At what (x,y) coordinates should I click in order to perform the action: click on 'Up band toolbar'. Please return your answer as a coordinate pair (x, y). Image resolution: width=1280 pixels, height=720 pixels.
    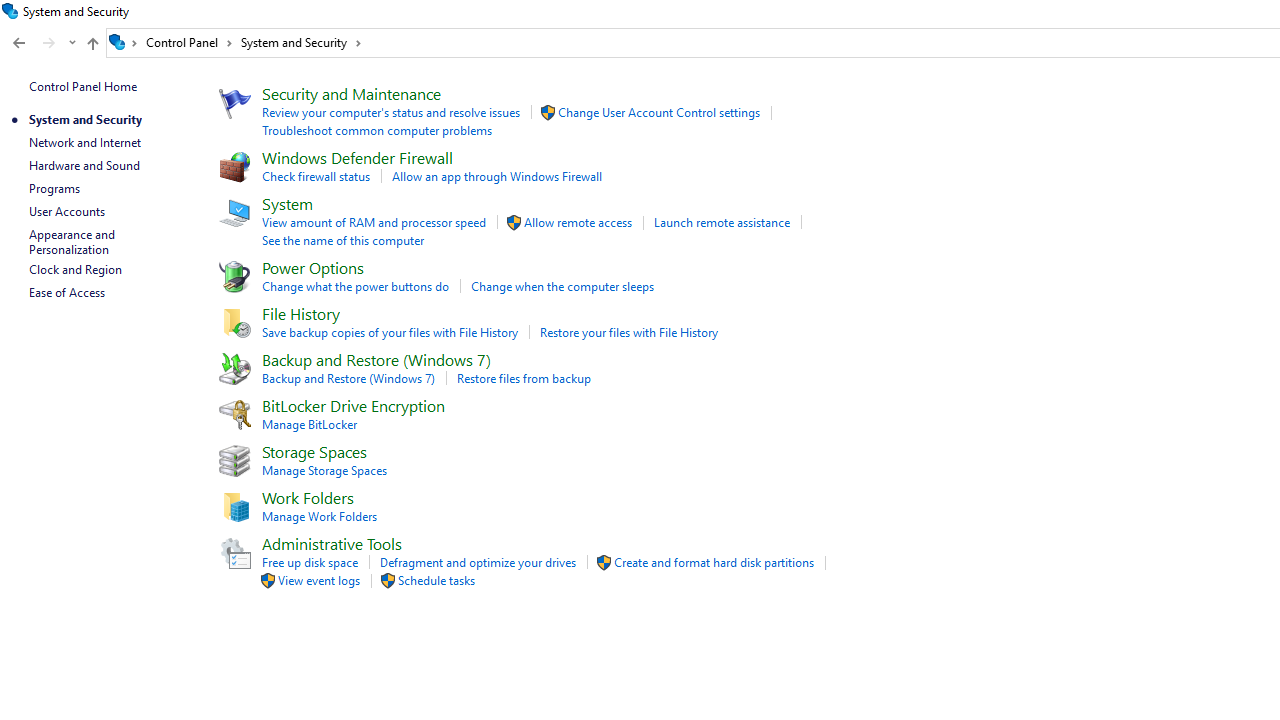
    Looking at the image, I should click on (91, 45).